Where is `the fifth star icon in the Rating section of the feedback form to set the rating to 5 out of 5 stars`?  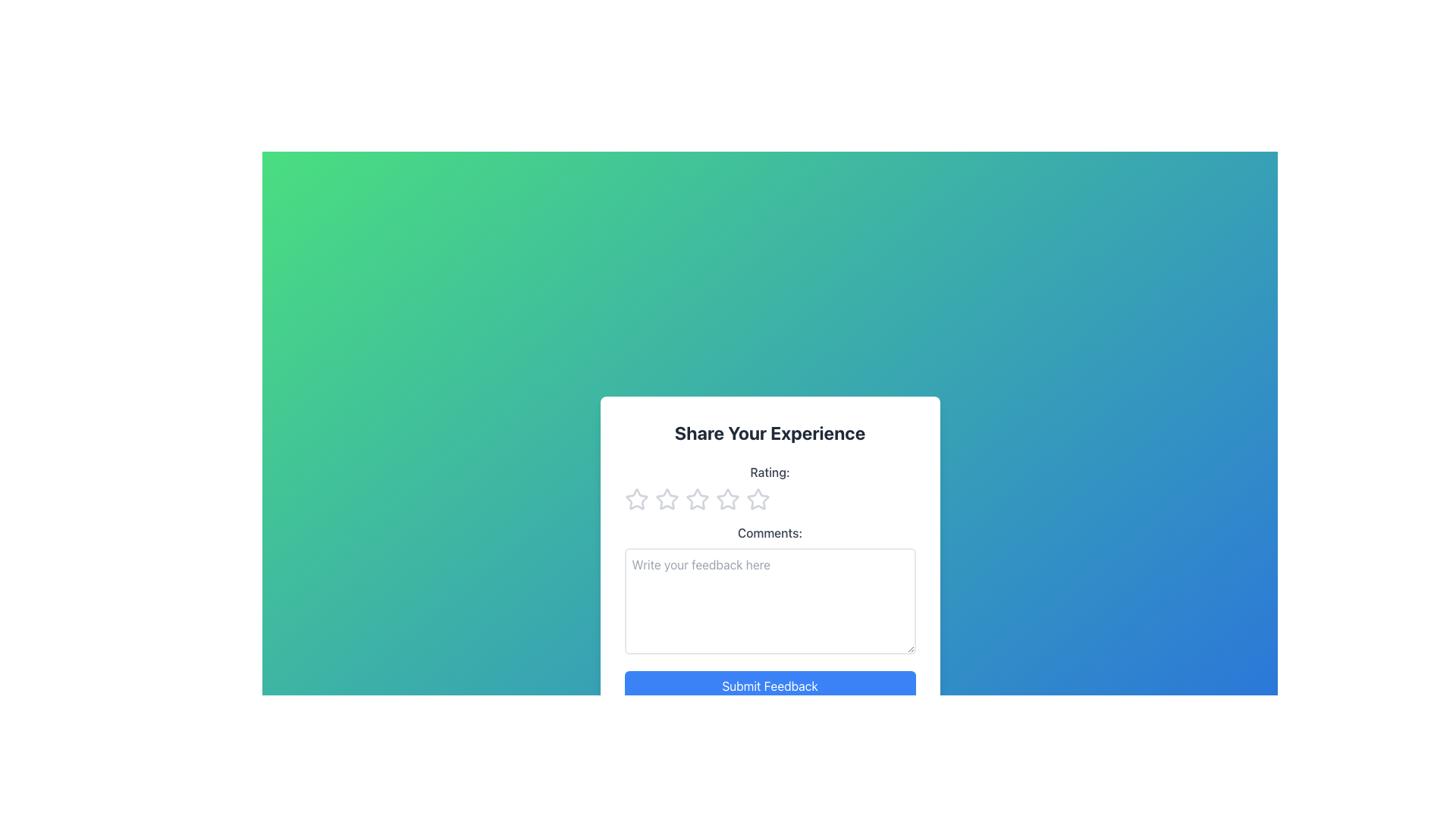 the fifth star icon in the Rating section of the feedback form to set the rating to 5 out of 5 stars is located at coordinates (758, 500).